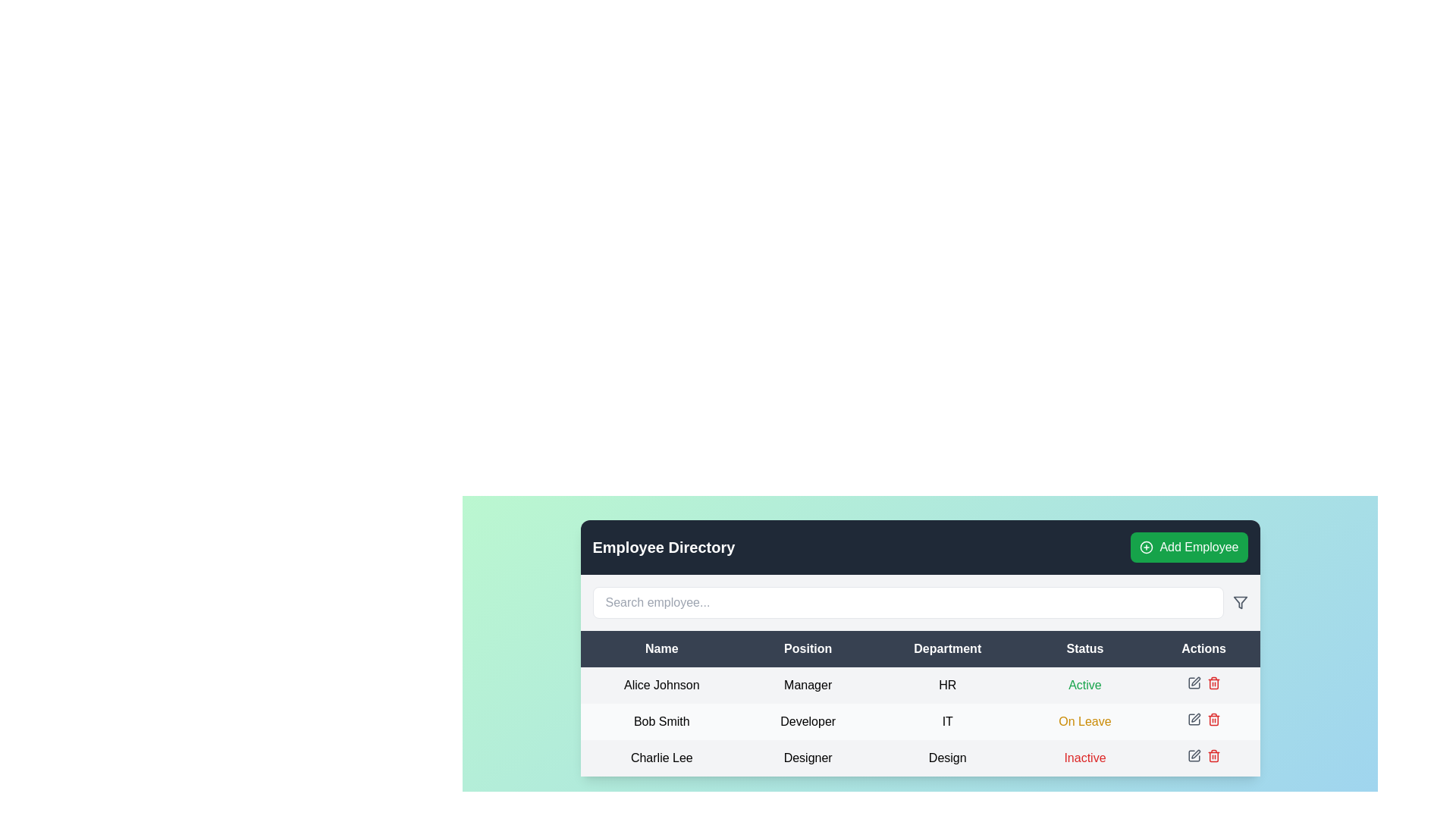 The width and height of the screenshot is (1456, 819). What do you see at coordinates (1084, 721) in the screenshot?
I see `the 'On Leave' status label in the employee directory table, located in the fourth column of the second row` at bounding box center [1084, 721].